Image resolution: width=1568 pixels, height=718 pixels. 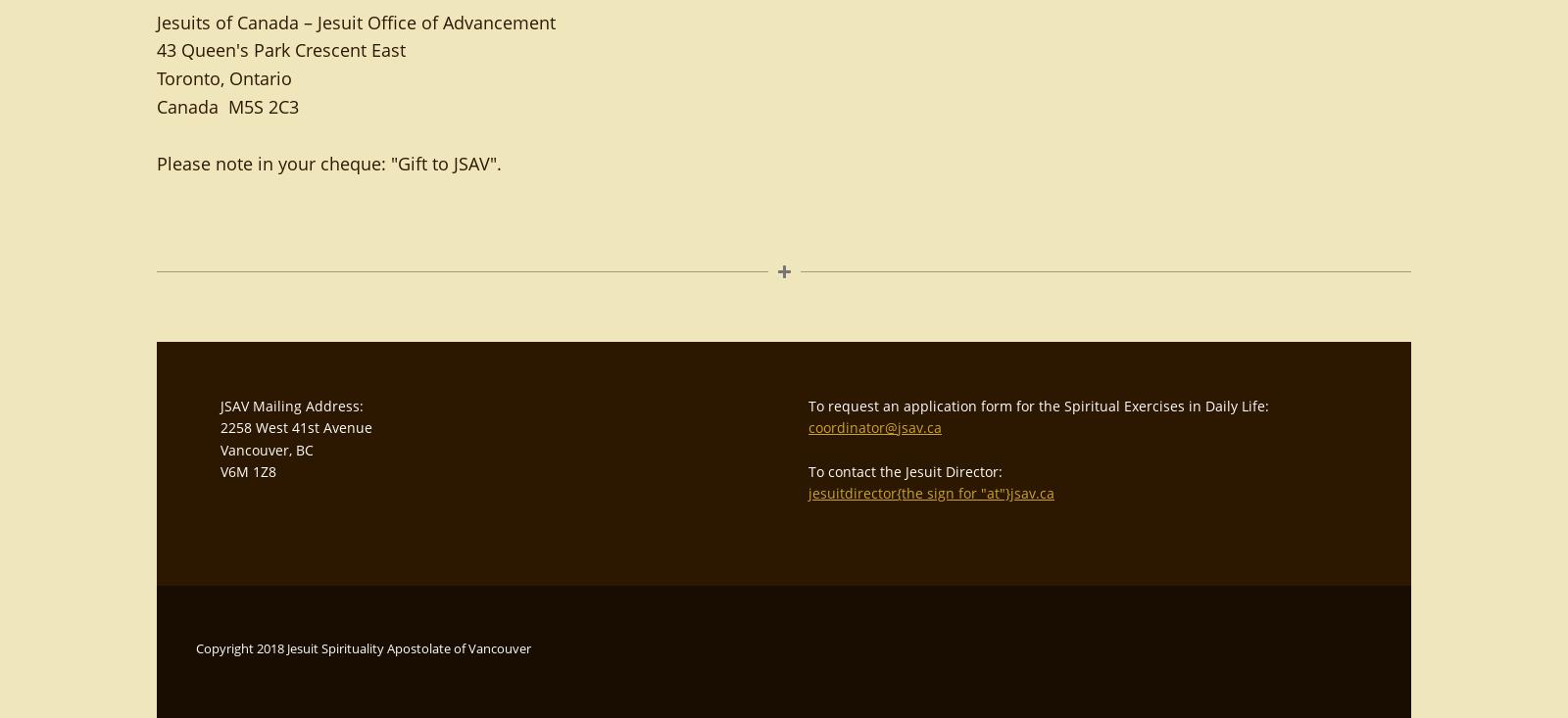 I want to click on 'To request an application form for the Spiritual Exercises in Daily Life:', so click(x=1039, y=405).